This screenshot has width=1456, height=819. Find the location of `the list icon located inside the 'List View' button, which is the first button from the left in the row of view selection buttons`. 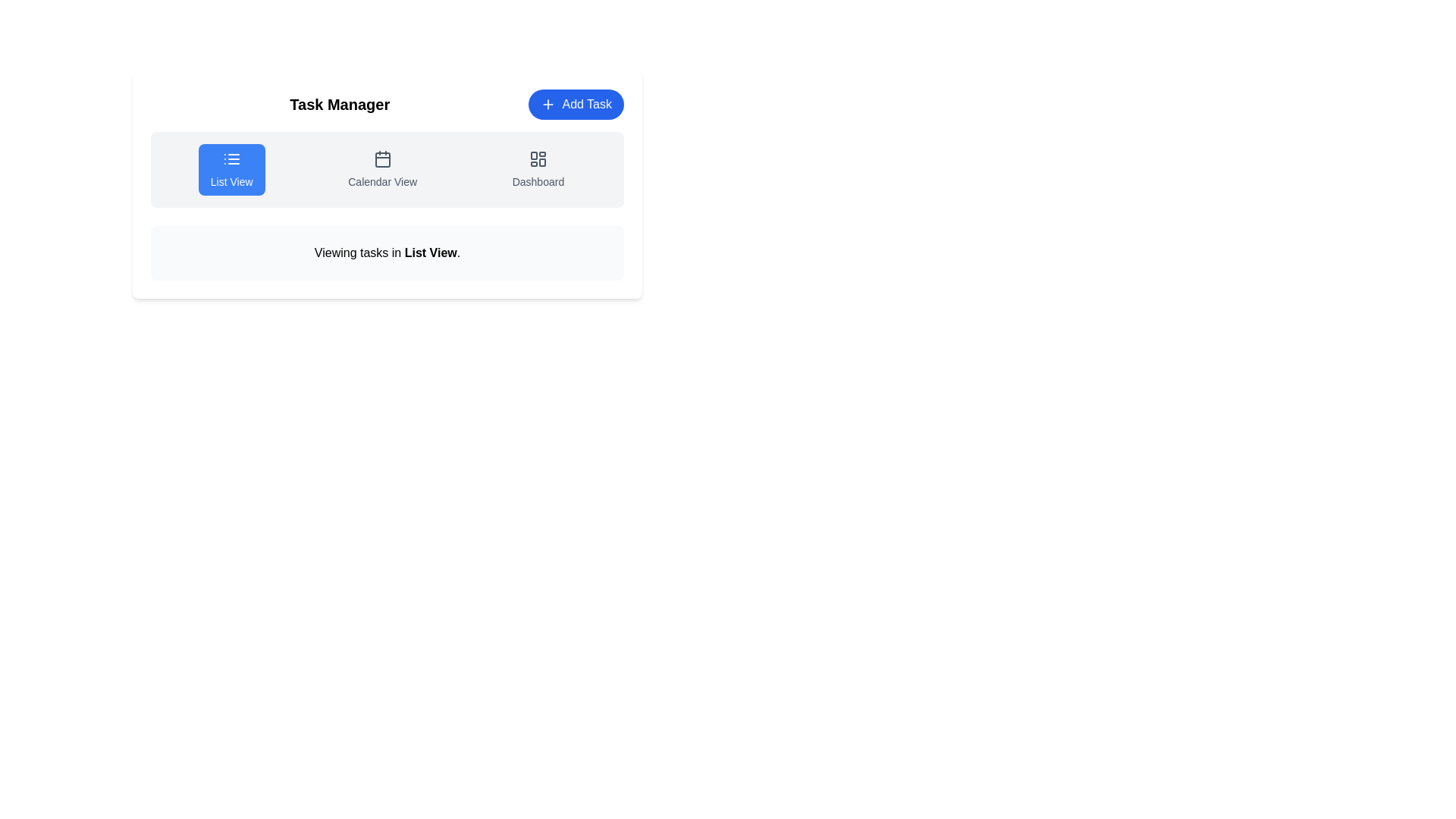

the list icon located inside the 'List View' button, which is the first button from the left in the row of view selection buttons is located at coordinates (231, 158).